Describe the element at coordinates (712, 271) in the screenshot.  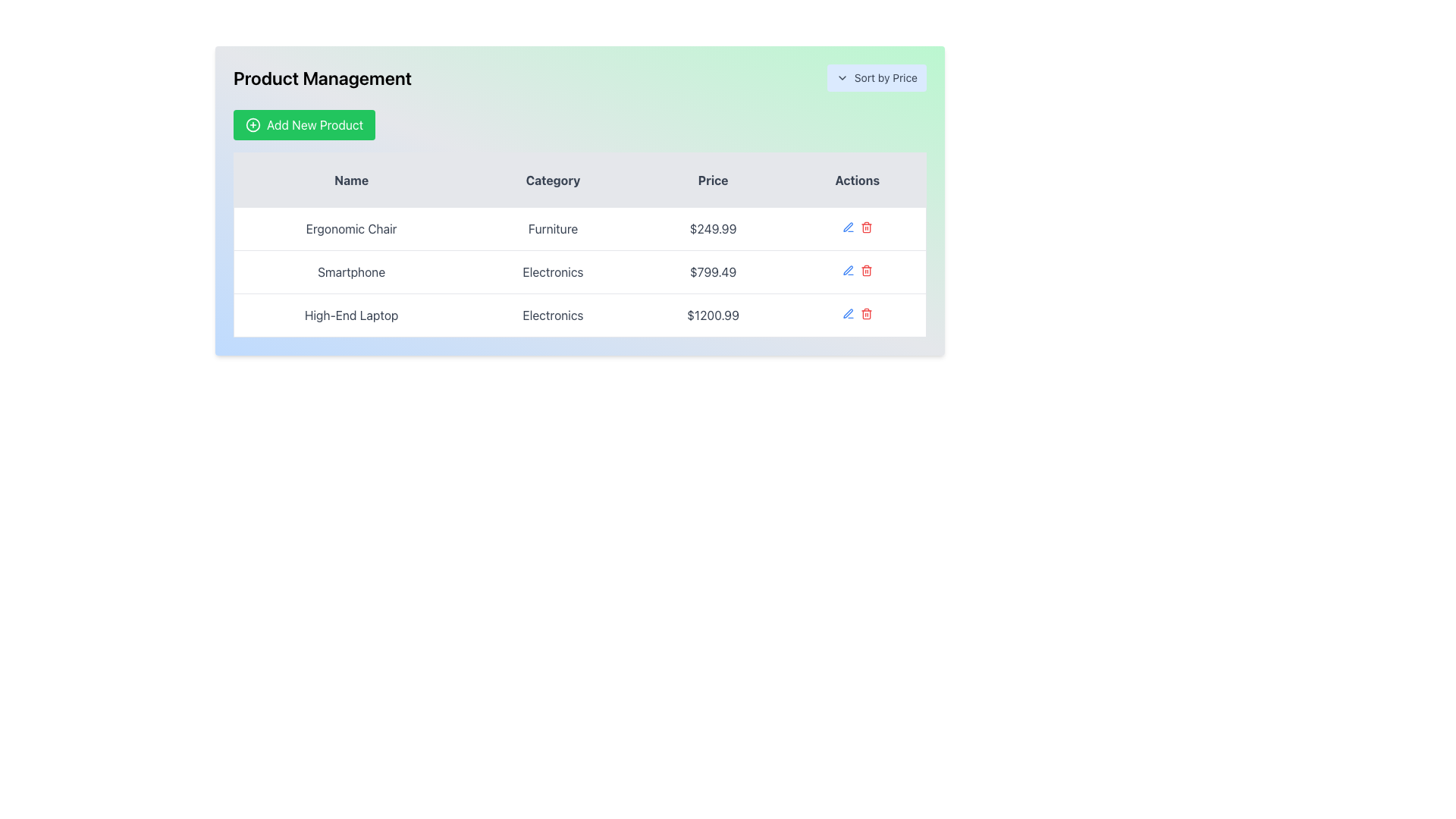
I see `the price display for the 'Smartphone' product located in the third cell of the table` at that location.